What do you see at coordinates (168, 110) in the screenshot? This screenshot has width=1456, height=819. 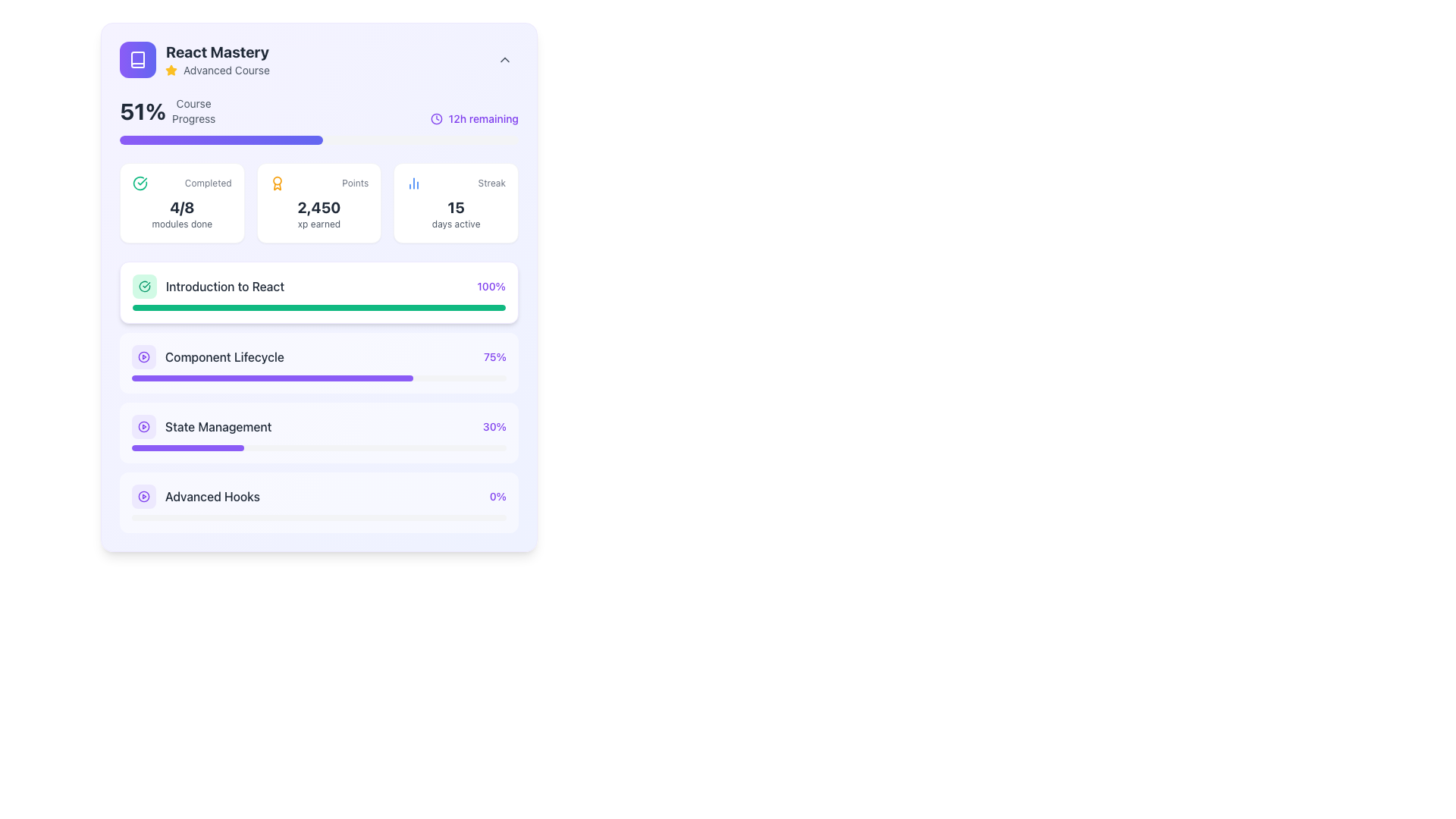 I see `the progress indicator text that displays the percentage of the course completed, located beneath the course title and icon in the top-left area of the card section` at bounding box center [168, 110].